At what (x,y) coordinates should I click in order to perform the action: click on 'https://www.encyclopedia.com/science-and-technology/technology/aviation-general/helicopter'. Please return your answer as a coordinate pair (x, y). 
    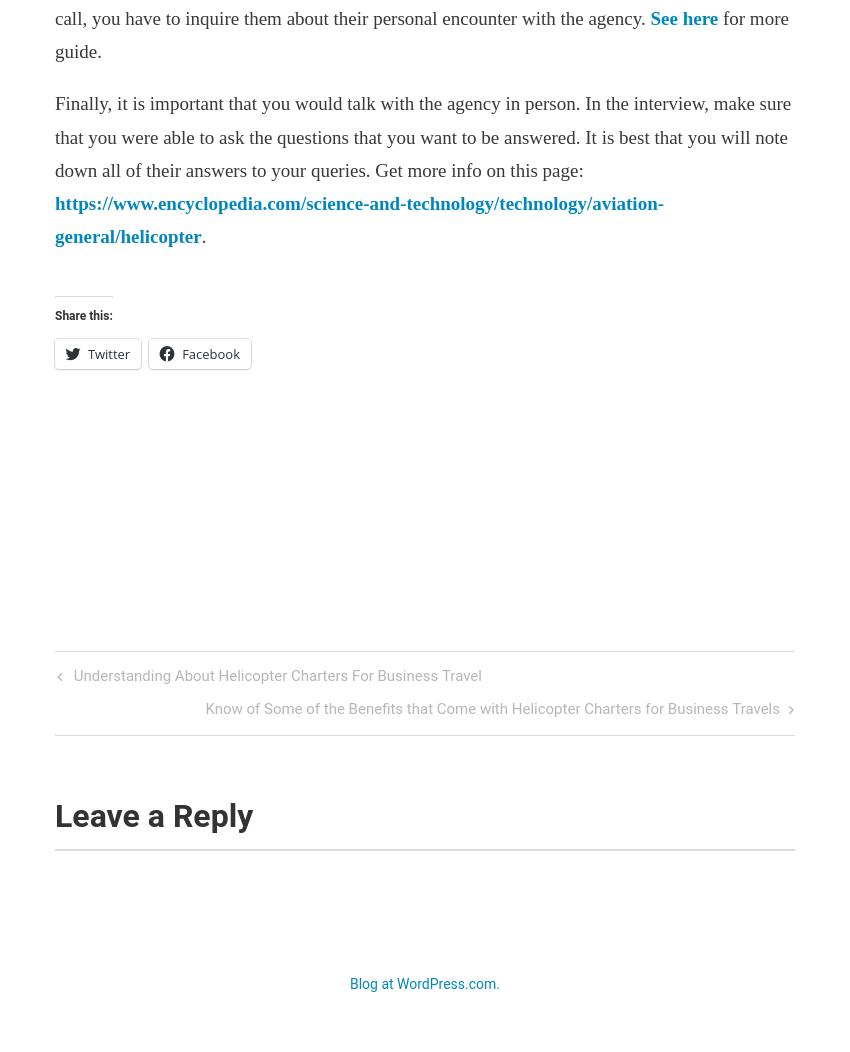
    Looking at the image, I should click on (358, 219).